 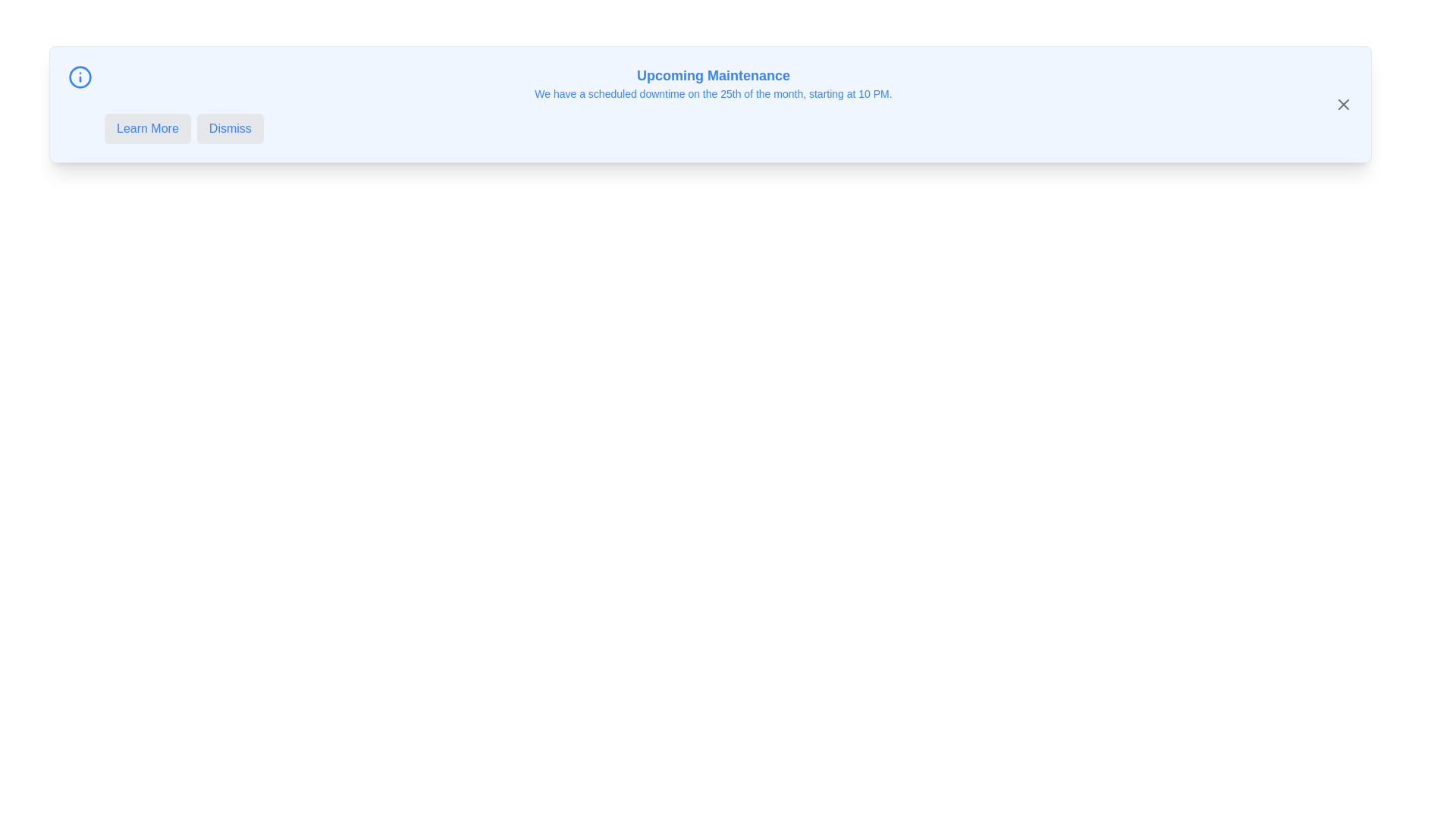 What do you see at coordinates (712, 93) in the screenshot?
I see `text element located directly below the 'Upcoming Maintenance' header, which conveys details about scheduled downtime` at bounding box center [712, 93].